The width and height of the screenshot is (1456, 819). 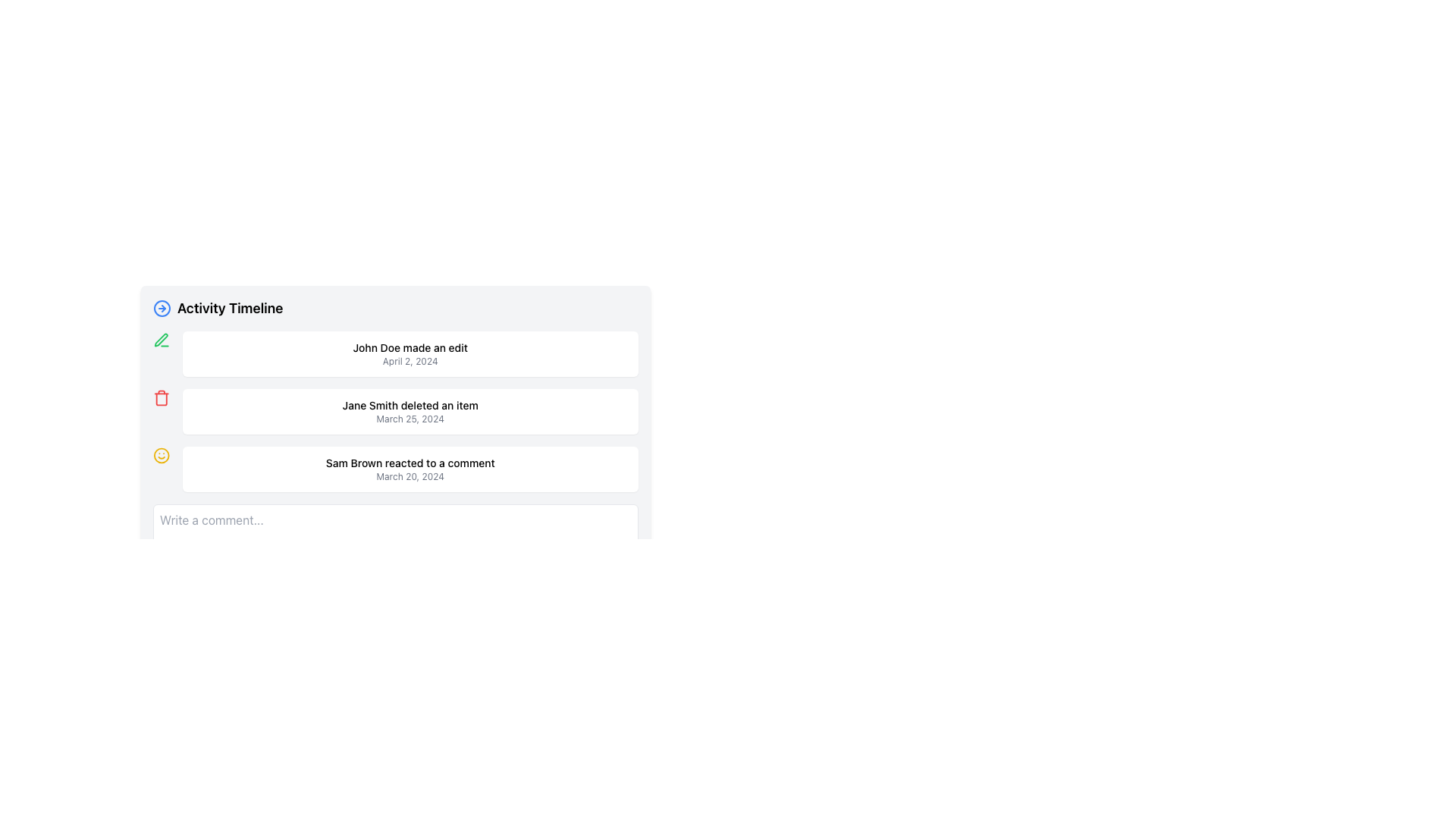 I want to click on the notification about the deletion action taken by Jane Smith, which is positioned in the vertical timeline between other notifications, so click(x=410, y=412).